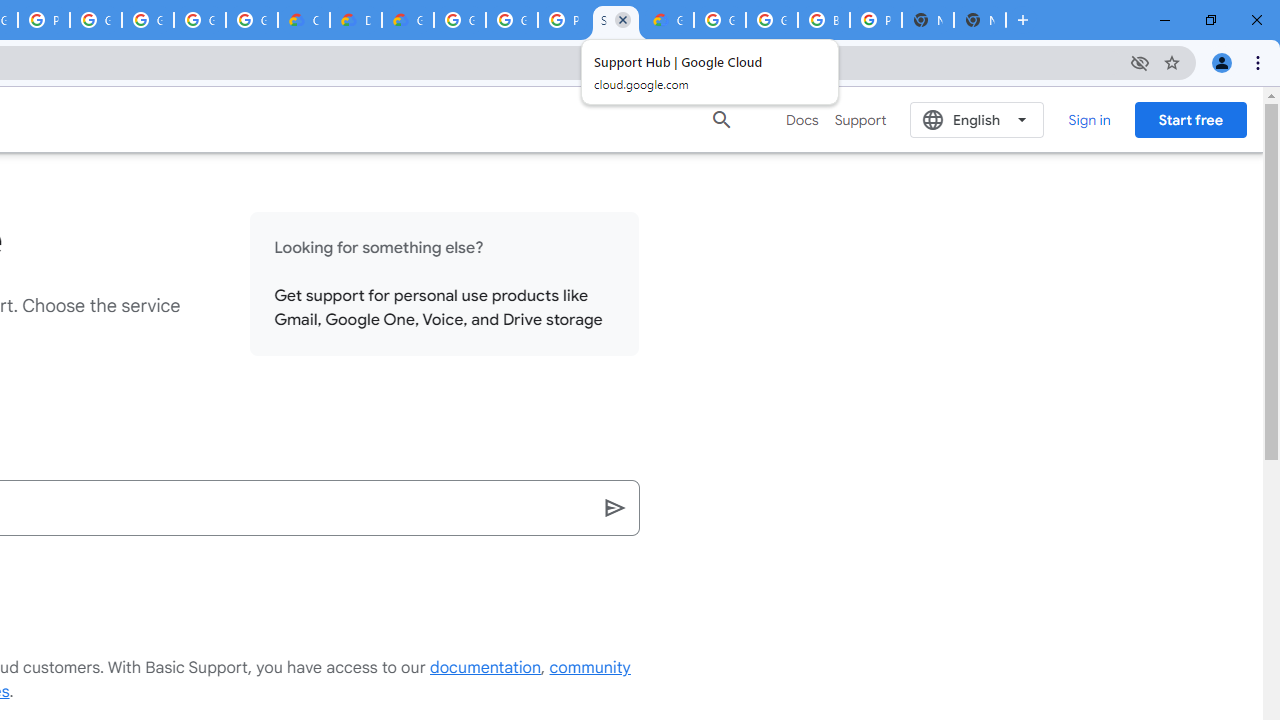  Describe the element at coordinates (802, 119) in the screenshot. I see `'Docs'` at that location.